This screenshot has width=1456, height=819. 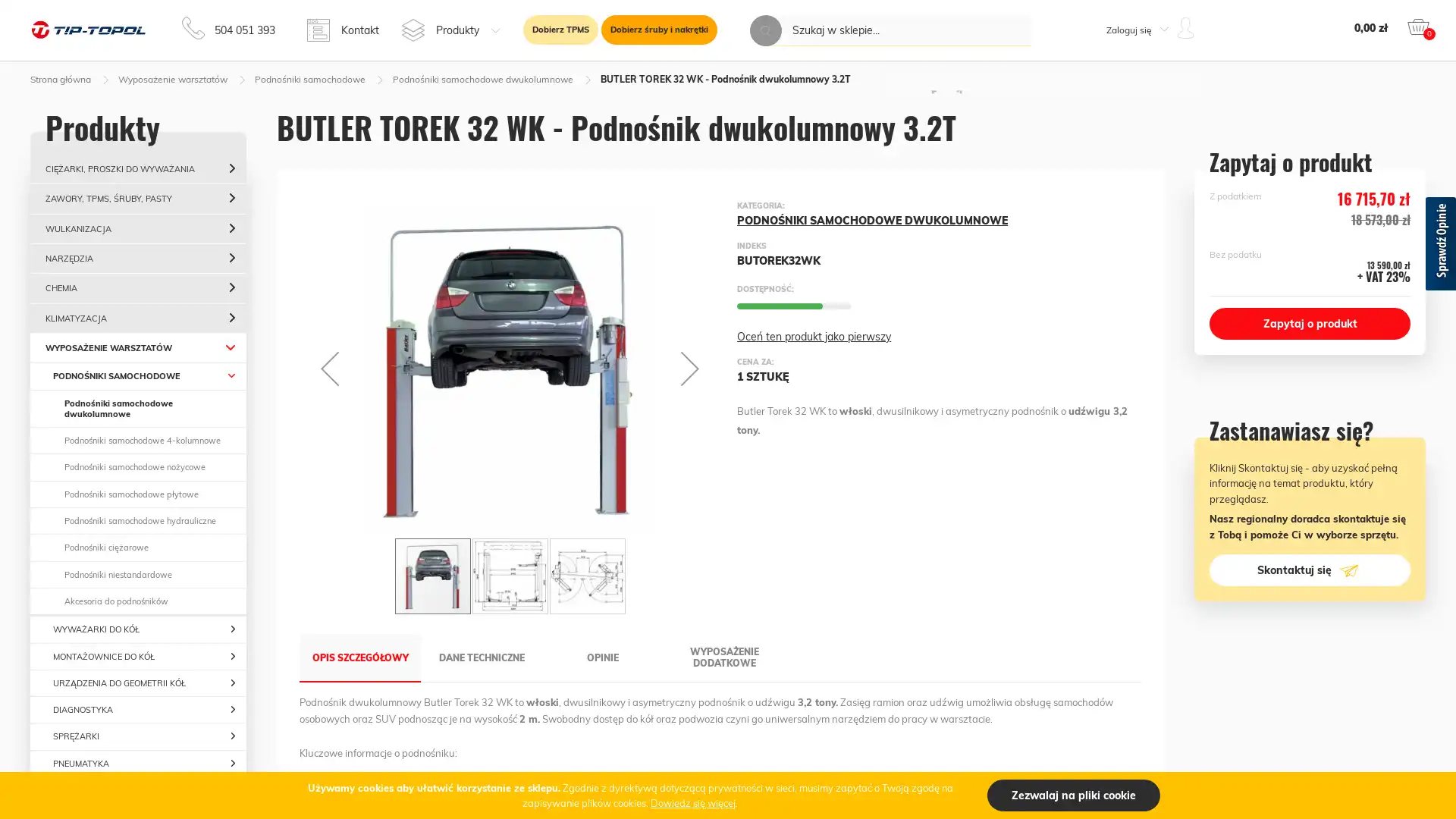 I want to click on Previous, so click(x=309, y=576).